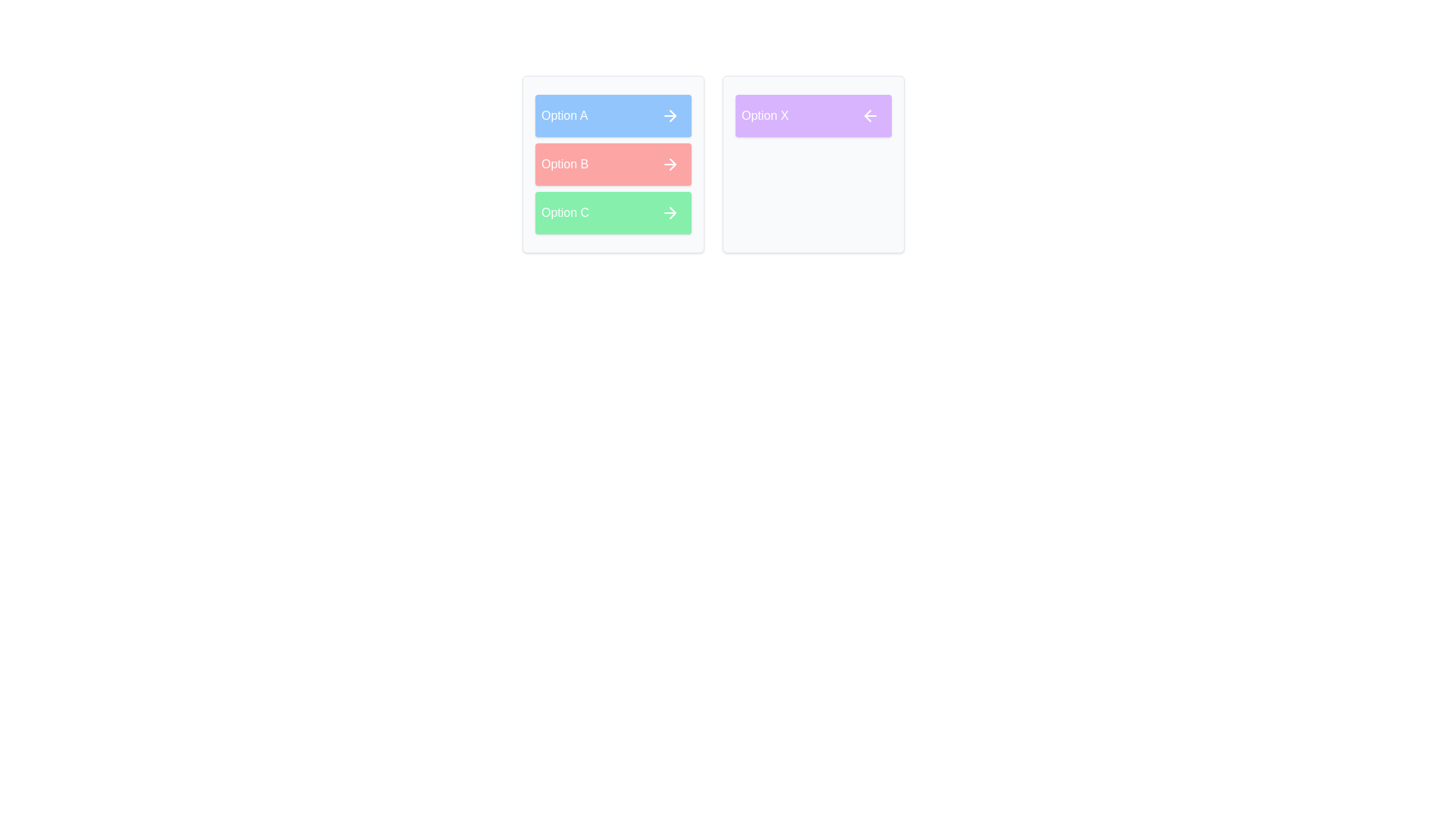 This screenshot has height=819, width=1456. I want to click on the item Option C in the source list to view its details, so click(613, 213).